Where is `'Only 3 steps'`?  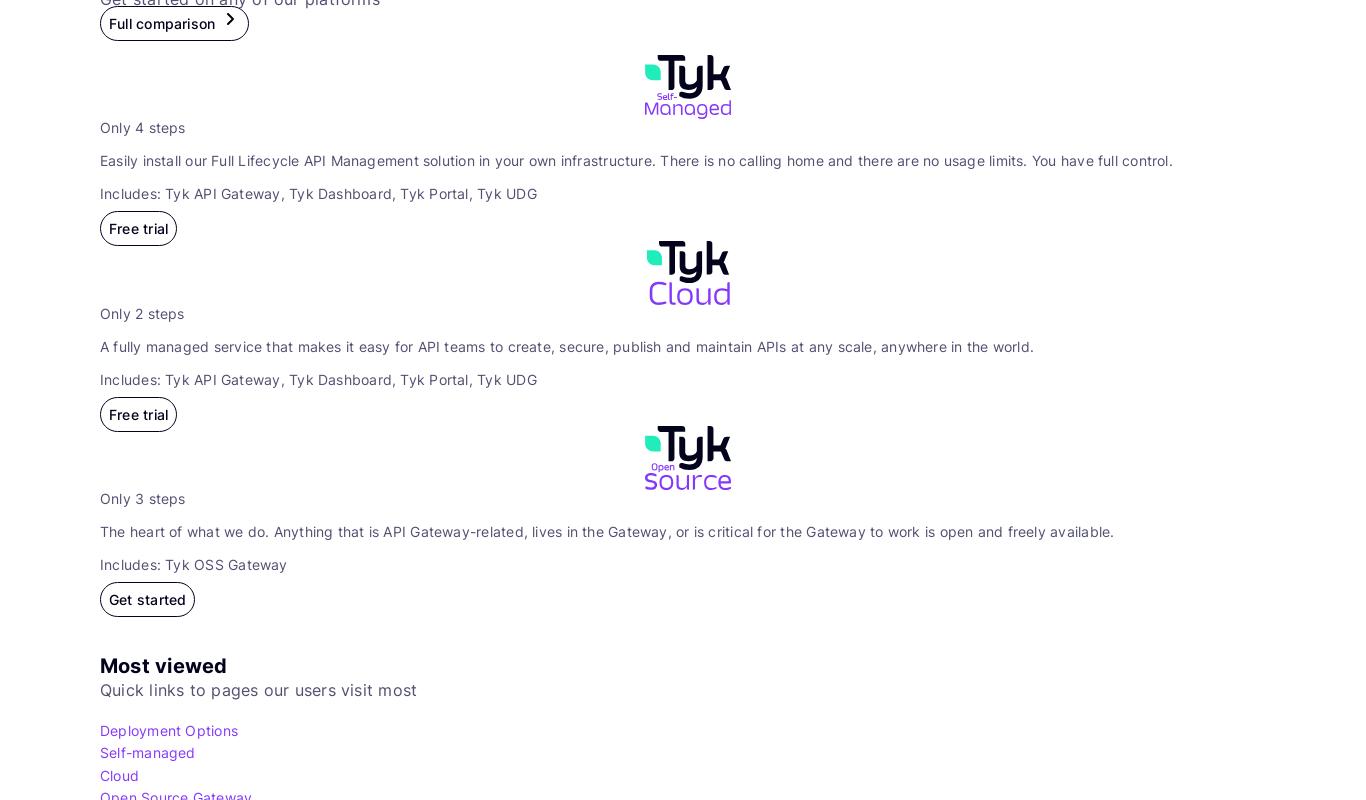
'Only 3 steps' is located at coordinates (141, 498).